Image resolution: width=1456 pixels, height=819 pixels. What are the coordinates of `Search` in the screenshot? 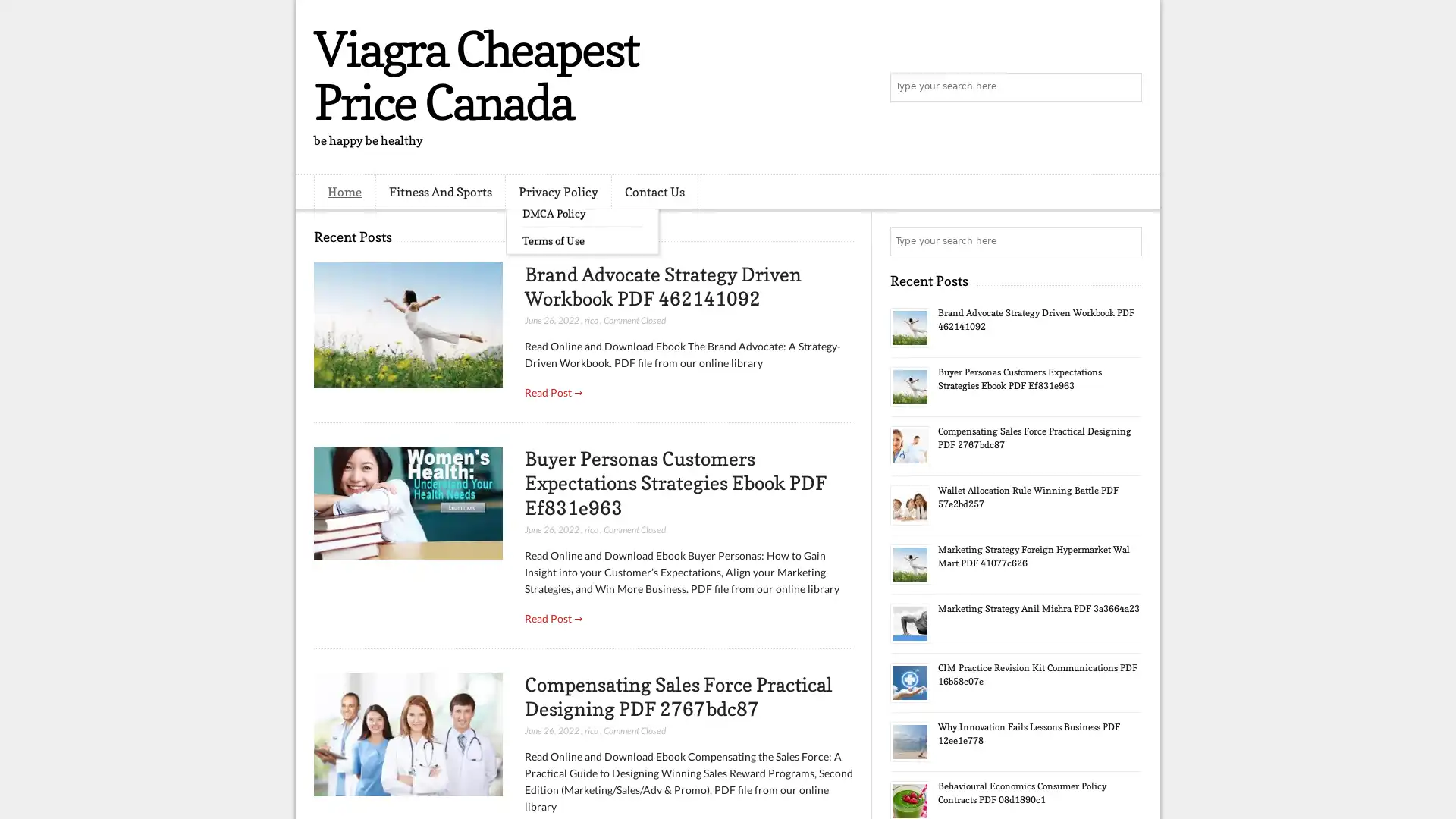 It's located at (1126, 241).